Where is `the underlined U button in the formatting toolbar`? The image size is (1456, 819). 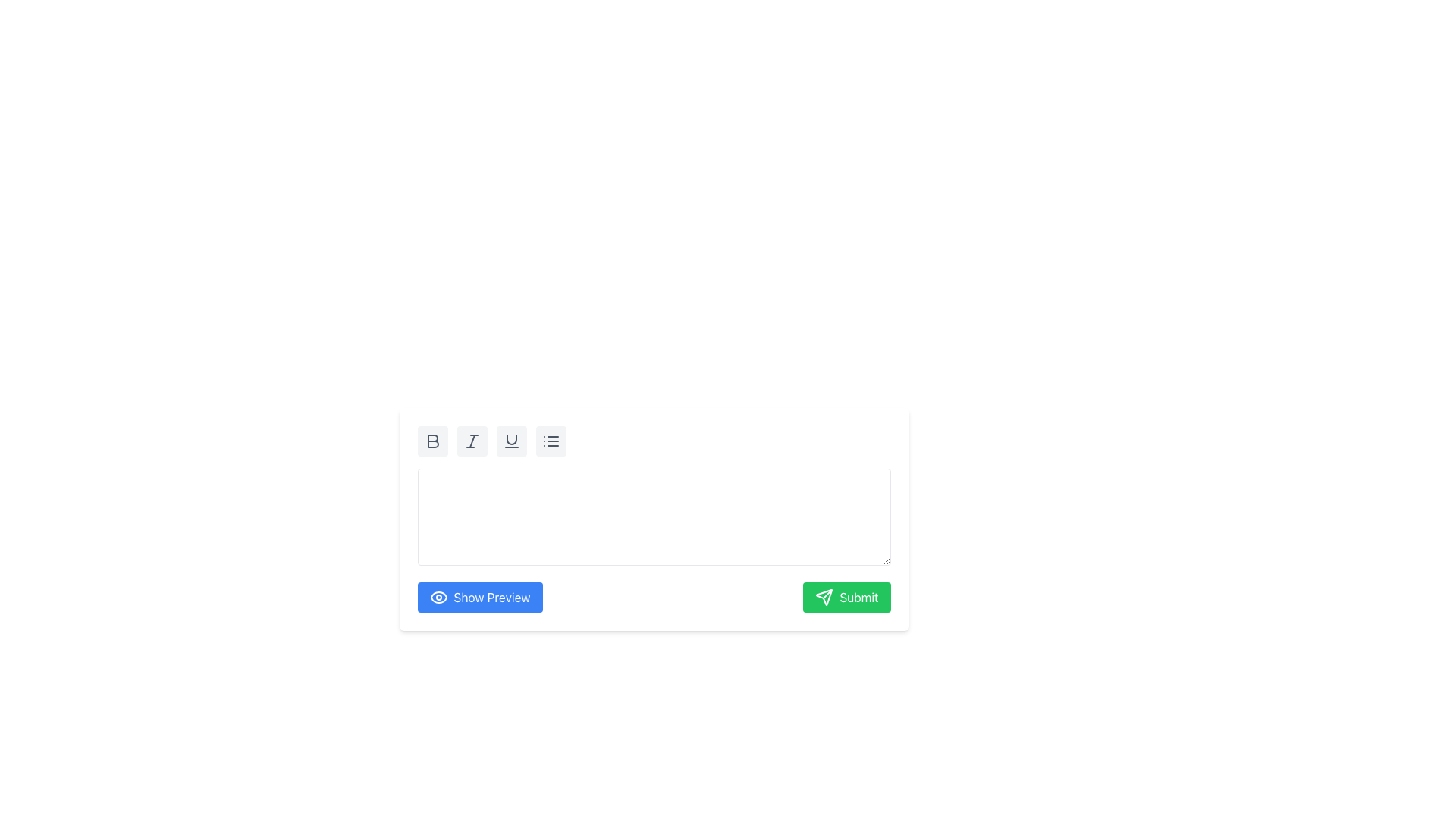
the underlined U button in the formatting toolbar is located at coordinates (511, 441).